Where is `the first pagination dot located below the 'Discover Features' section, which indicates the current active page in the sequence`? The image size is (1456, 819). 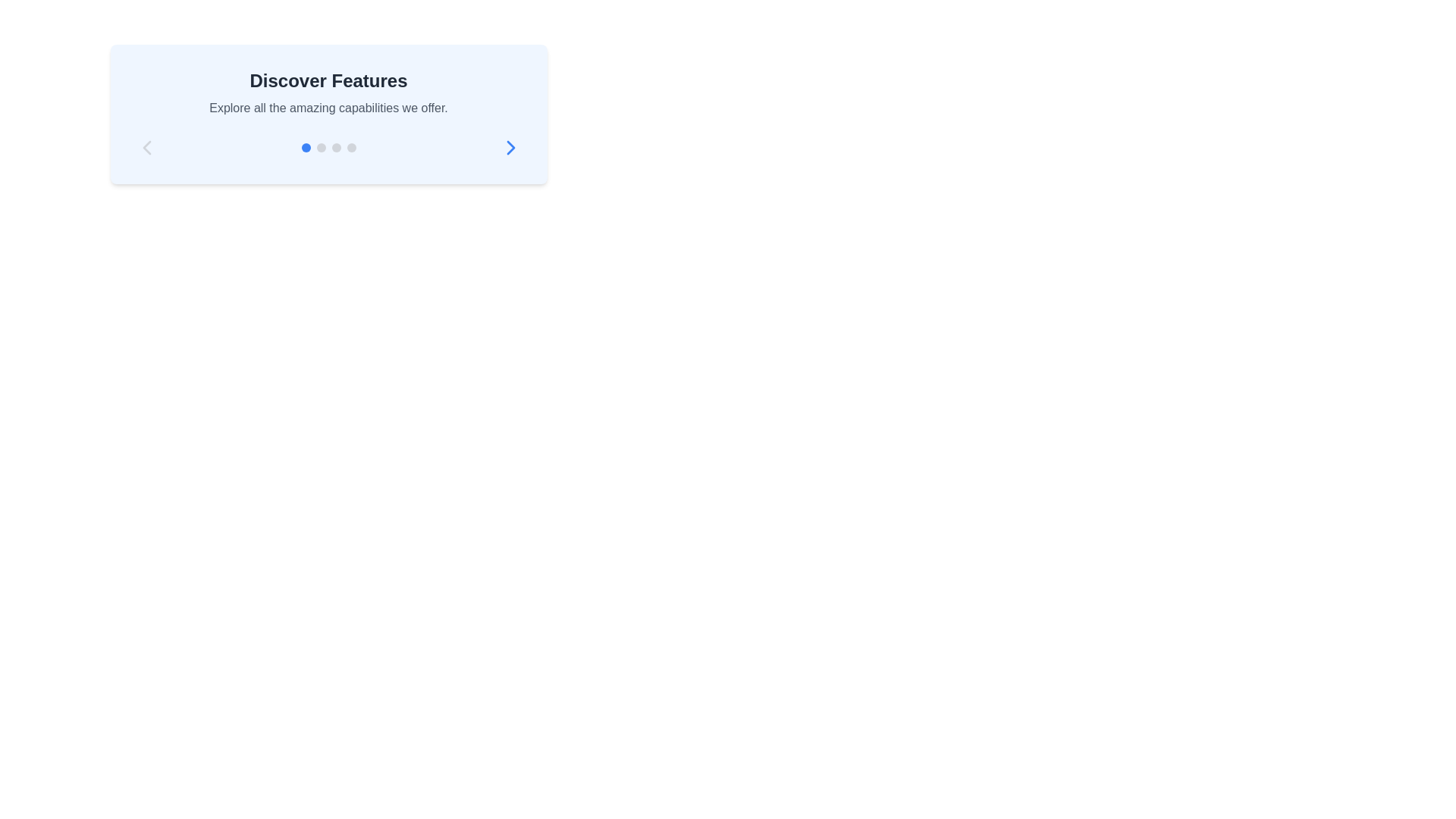
the first pagination dot located below the 'Discover Features' section, which indicates the current active page in the sequence is located at coordinates (305, 148).